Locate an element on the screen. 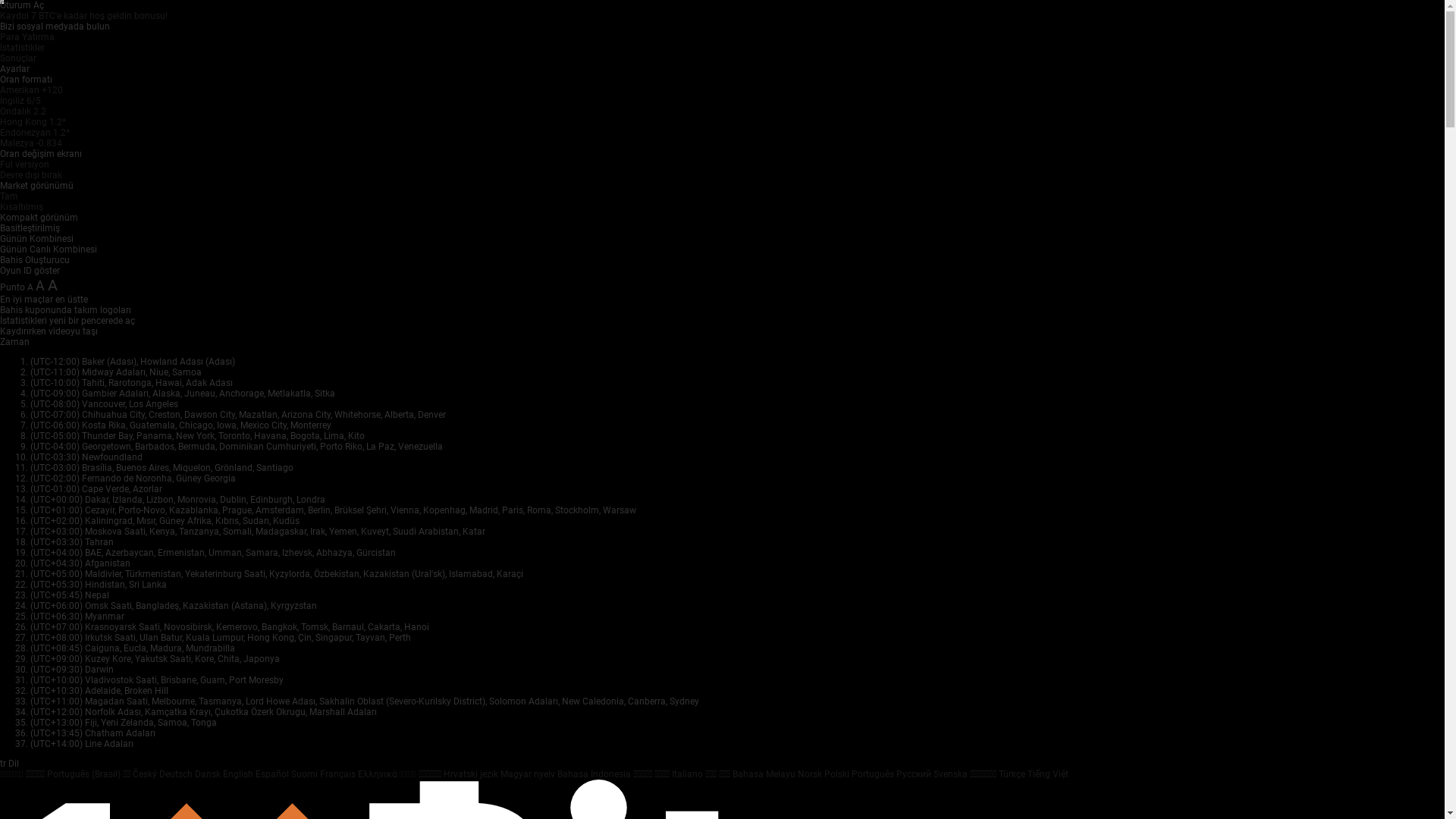  'Amerikan +120' is located at coordinates (31, 90).